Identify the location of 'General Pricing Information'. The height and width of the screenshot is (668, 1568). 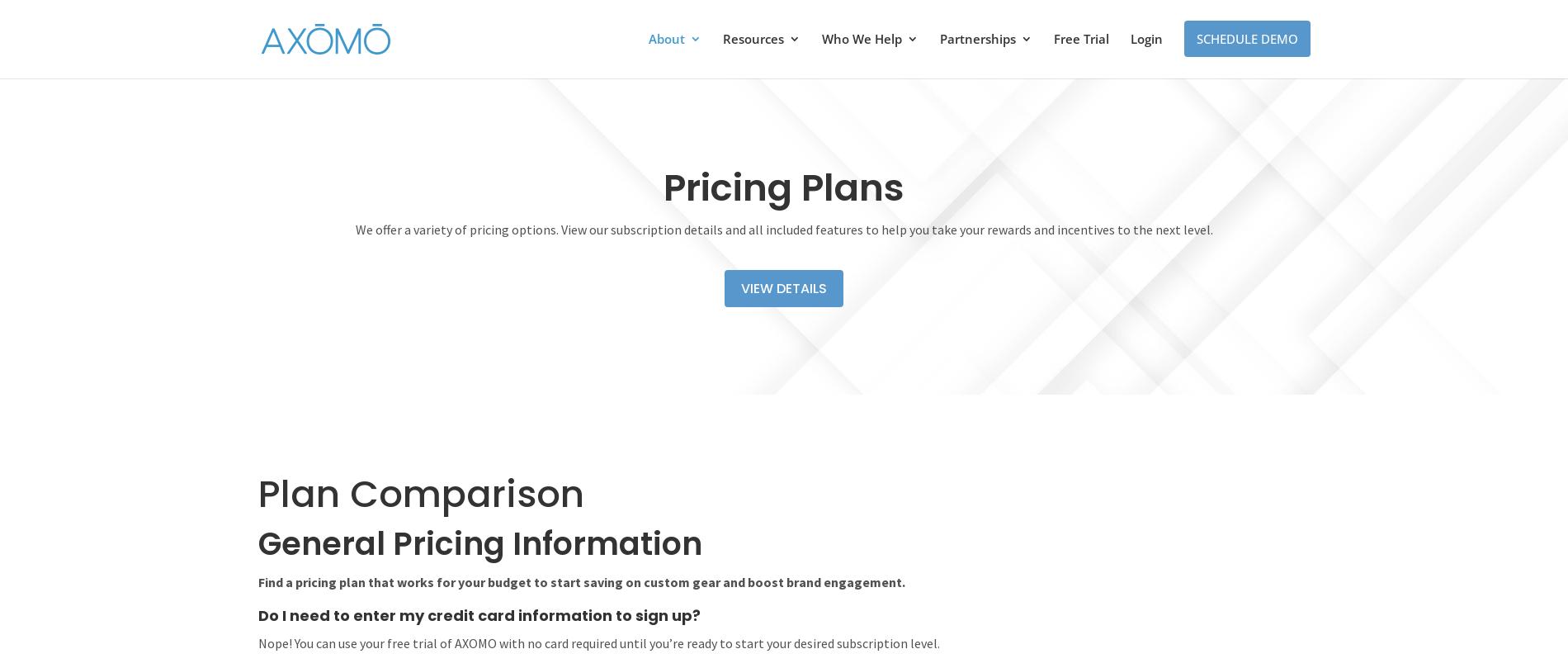
(479, 543).